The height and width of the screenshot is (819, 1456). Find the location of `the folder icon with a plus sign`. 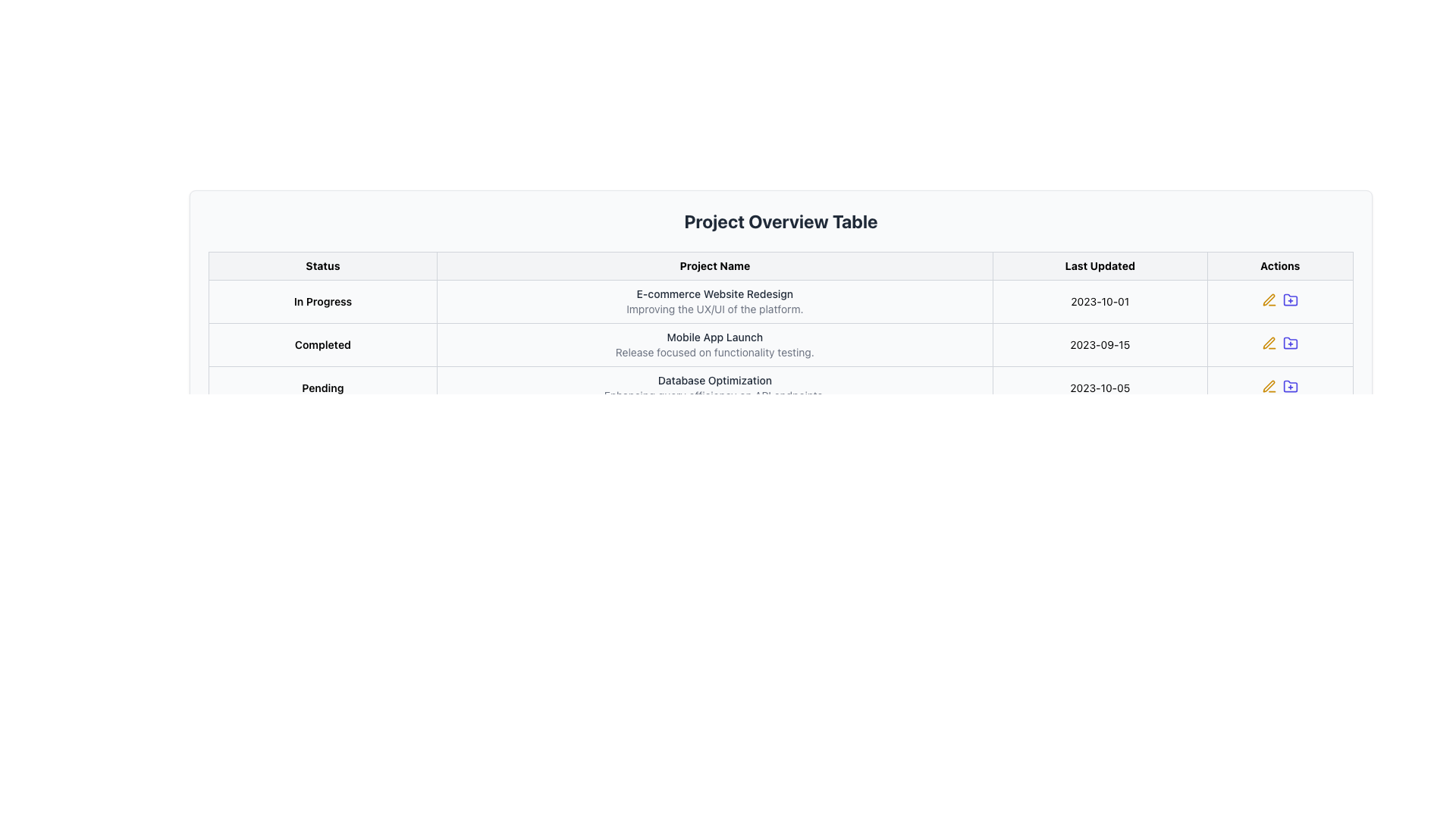

the folder icon with a plus sign is located at coordinates (1290, 343).